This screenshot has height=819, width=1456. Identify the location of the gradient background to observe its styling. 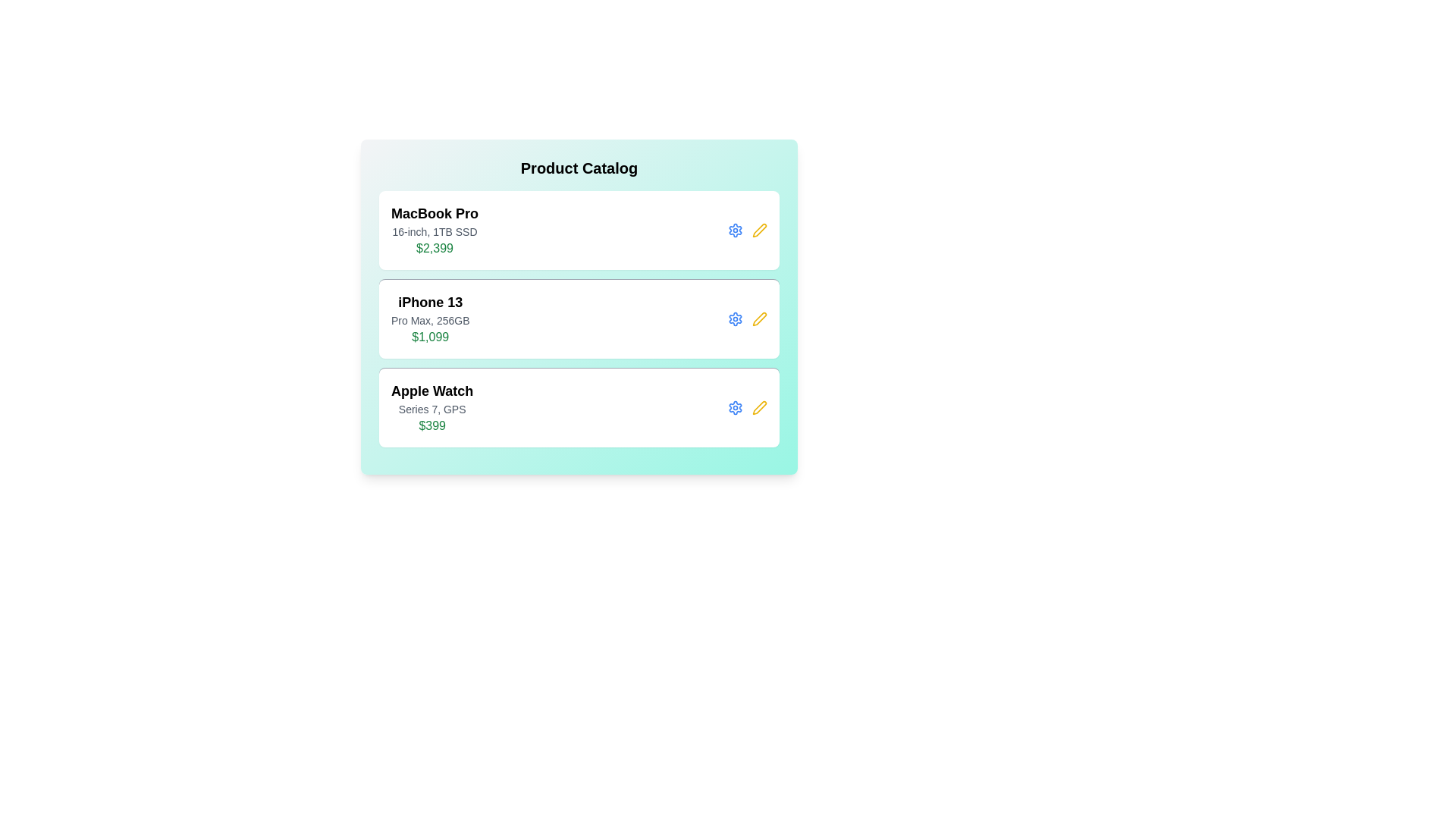
(578, 307).